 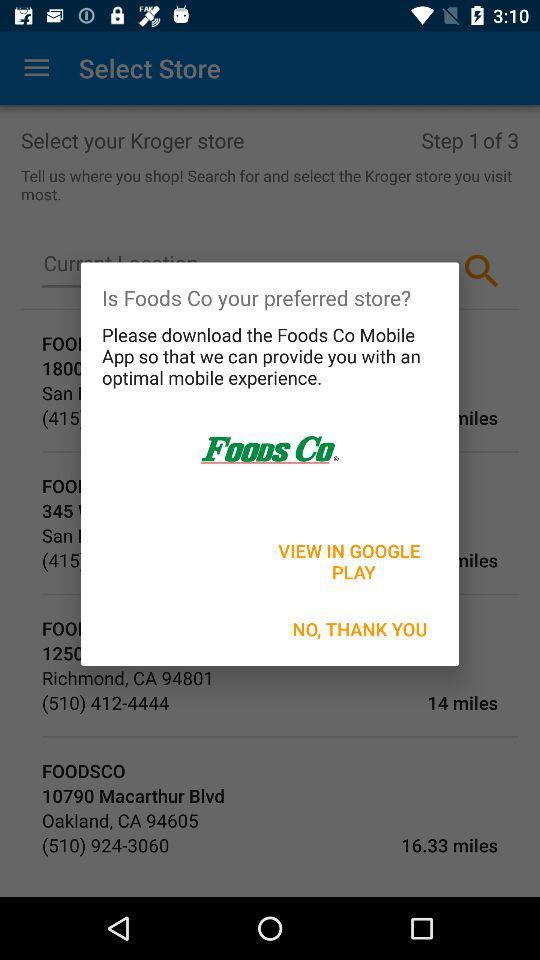 What do you see at coordinates (350, 561) in the screenshot?
I see `the view in google` at bounding box center [350, 561].